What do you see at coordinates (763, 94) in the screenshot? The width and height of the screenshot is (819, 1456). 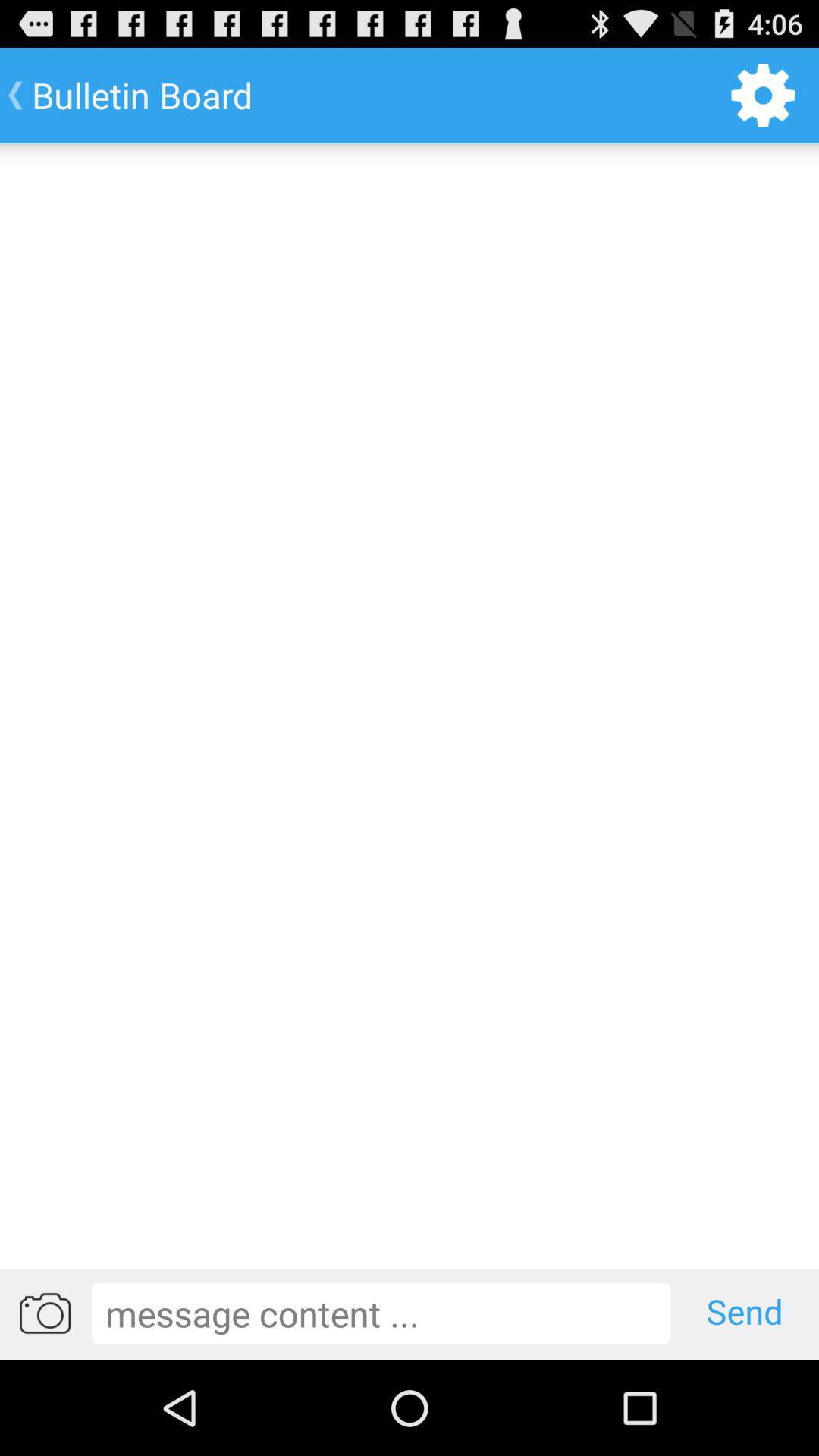 I see `the app next to bulletin board icon` at bounding box center [763, 94].